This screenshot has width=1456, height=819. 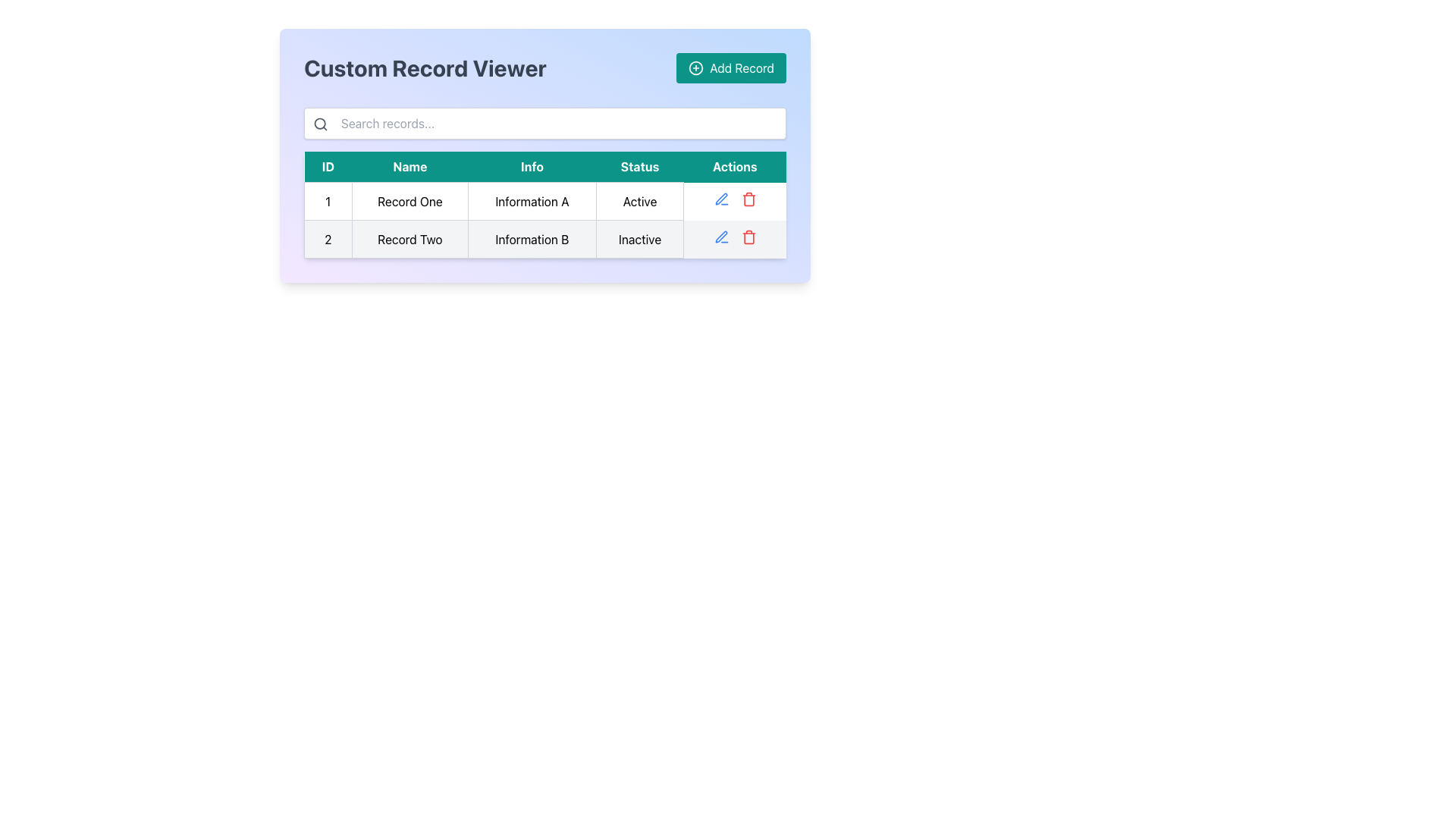 I want to click on the first interactive blue pen icon in the 'Actions' column of the second row in the table, so click(x=720, y=237).